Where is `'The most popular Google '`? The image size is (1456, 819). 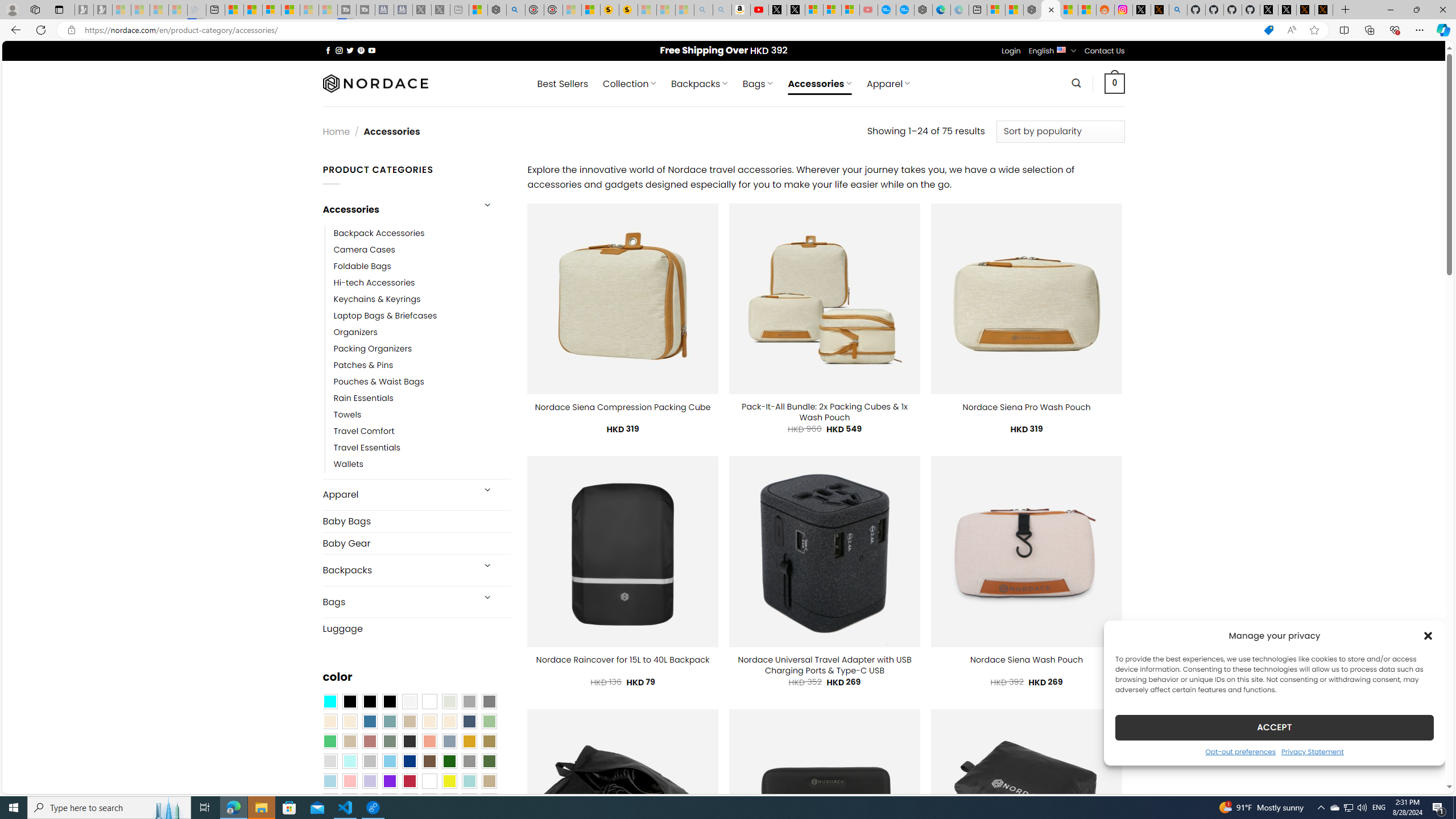
'The most popular Google ' is located at coordinates (904, 9).